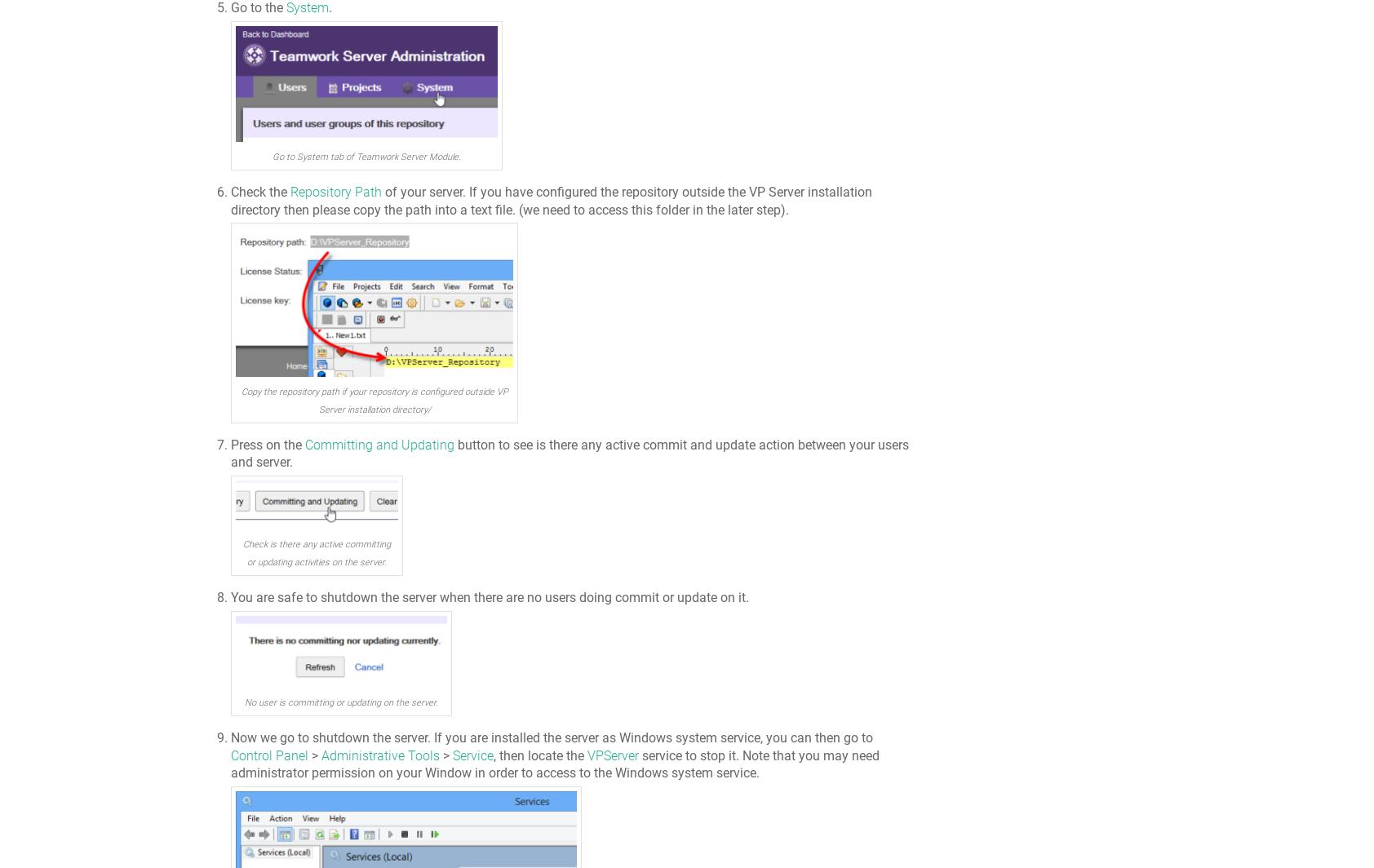  Describe the element at coordinates (472, 755) in the screenshot. I see `'Service'` at that location.